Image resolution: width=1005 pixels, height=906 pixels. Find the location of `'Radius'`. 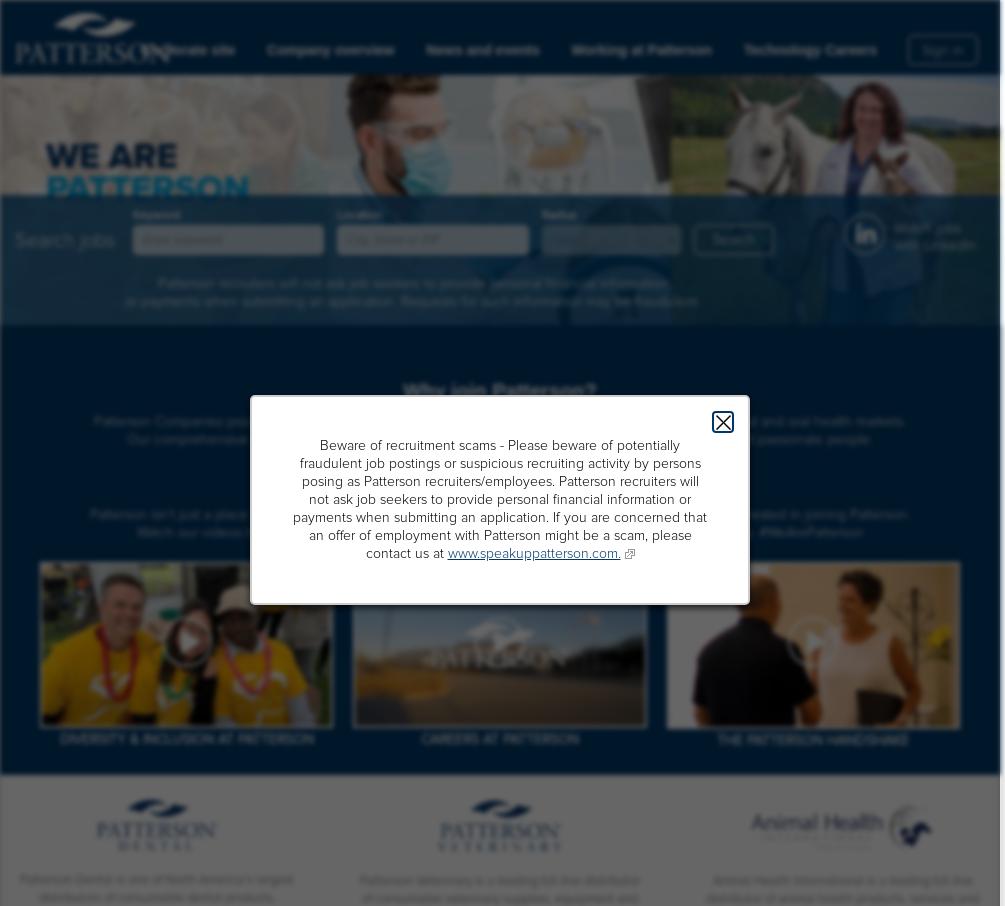

'Radius' is located at coordinates (539, 214).